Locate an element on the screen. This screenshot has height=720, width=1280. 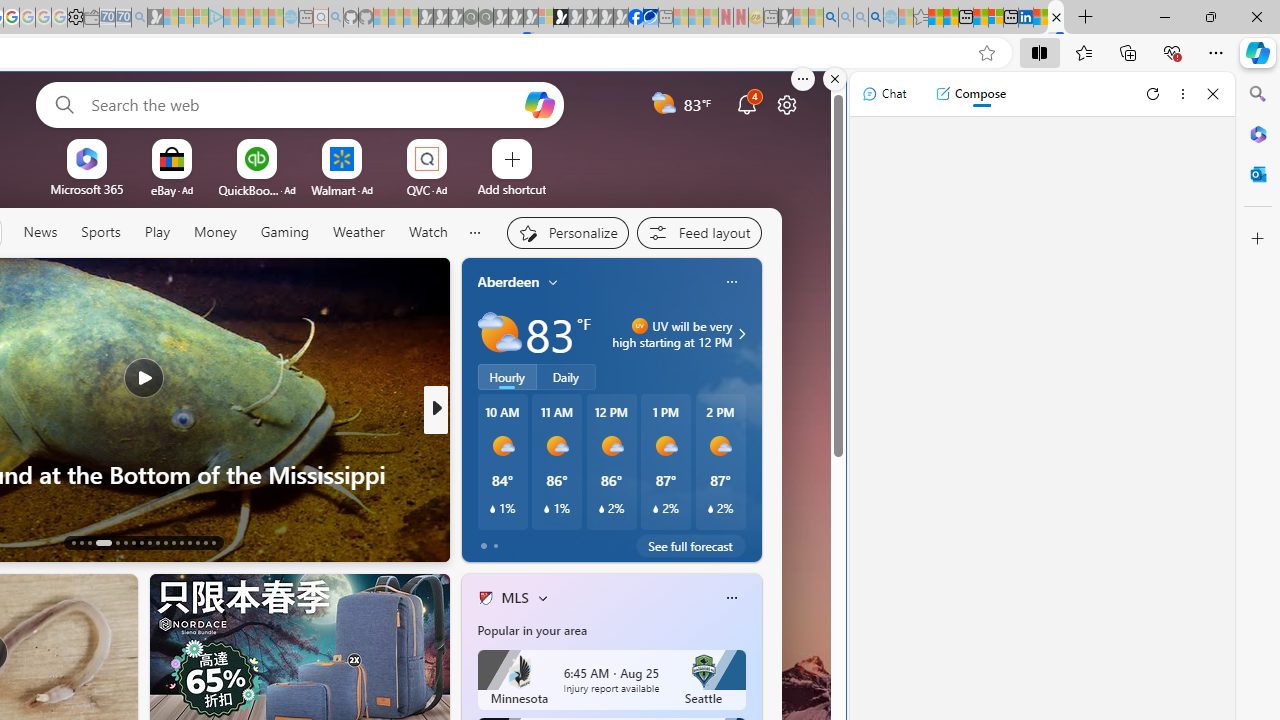
'Class: weather-current-precipitation-glyph' is located at coordinates (710, 507).